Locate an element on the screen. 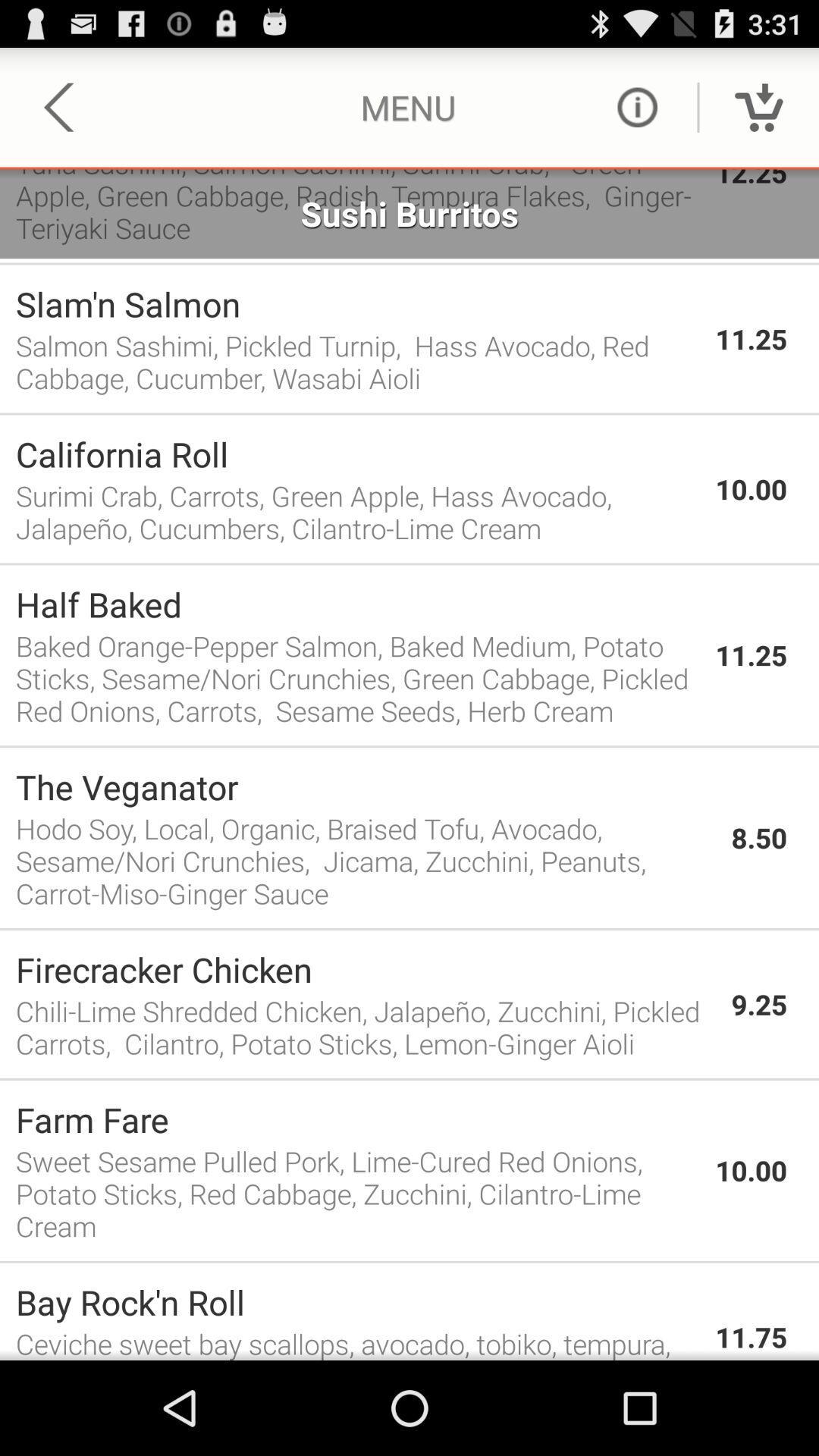 This screenshot has width=819, height=1456. the app above the hodo soy local icon is located at coordinates (366, 786).